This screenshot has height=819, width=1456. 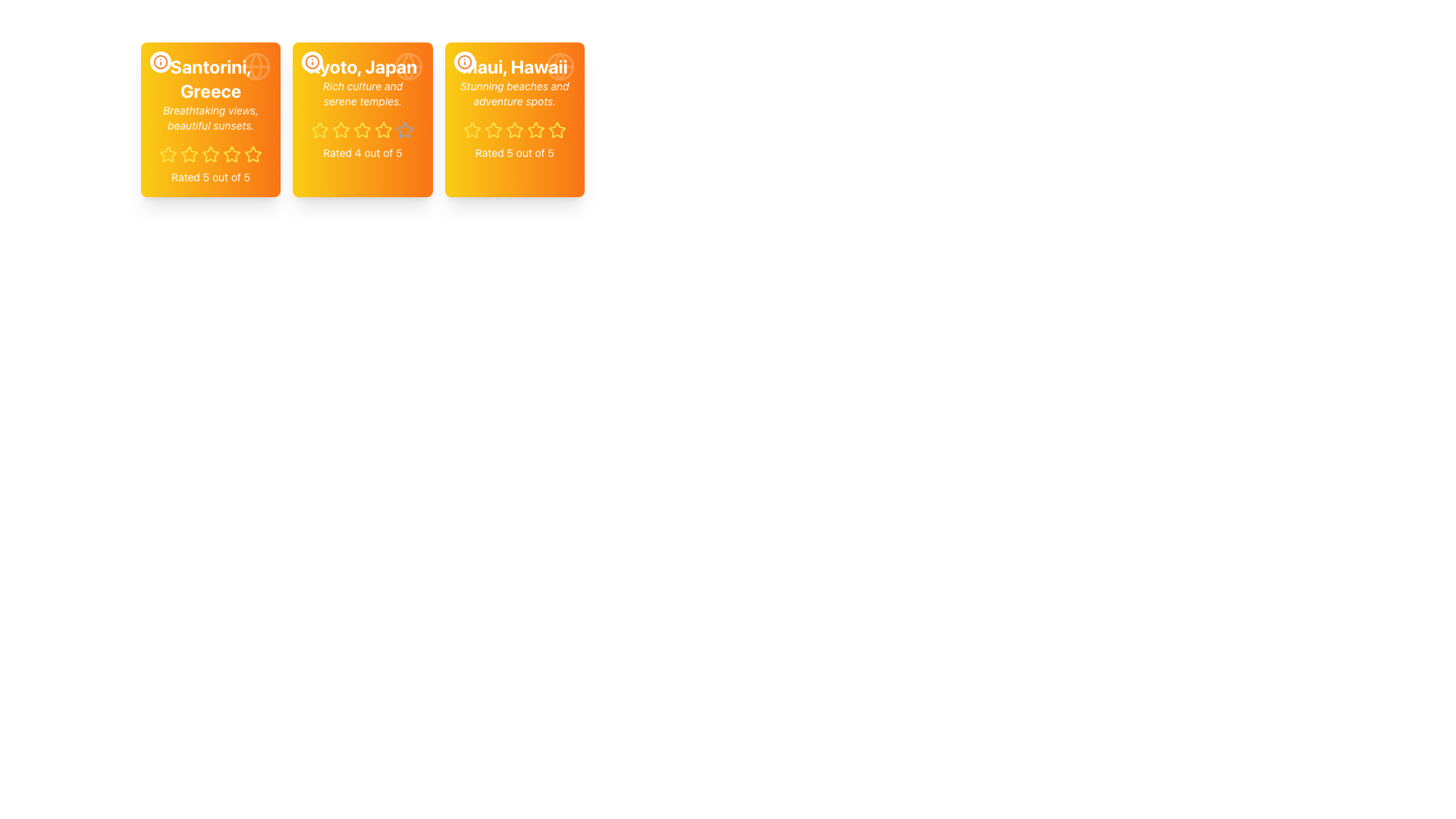 I want to click on the third star icon representing a rating value in the five-star rating system within the 'Santorini, Greece' card located at the top-left of the grid layout, so click(x=210, y=154).